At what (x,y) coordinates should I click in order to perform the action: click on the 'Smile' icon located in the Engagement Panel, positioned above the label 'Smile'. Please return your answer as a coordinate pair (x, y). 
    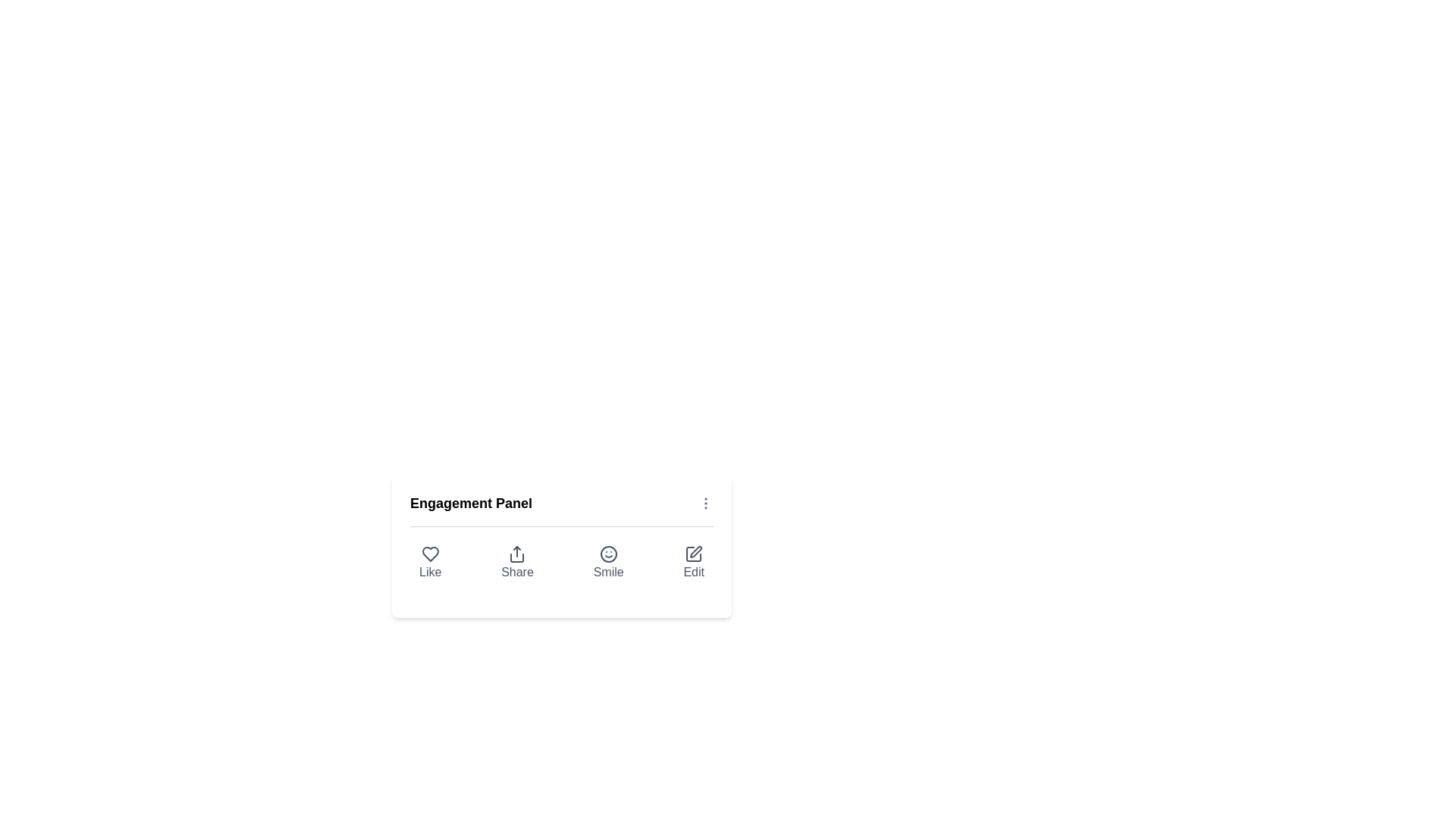
    Looking at the image, I should click on (608, 554).